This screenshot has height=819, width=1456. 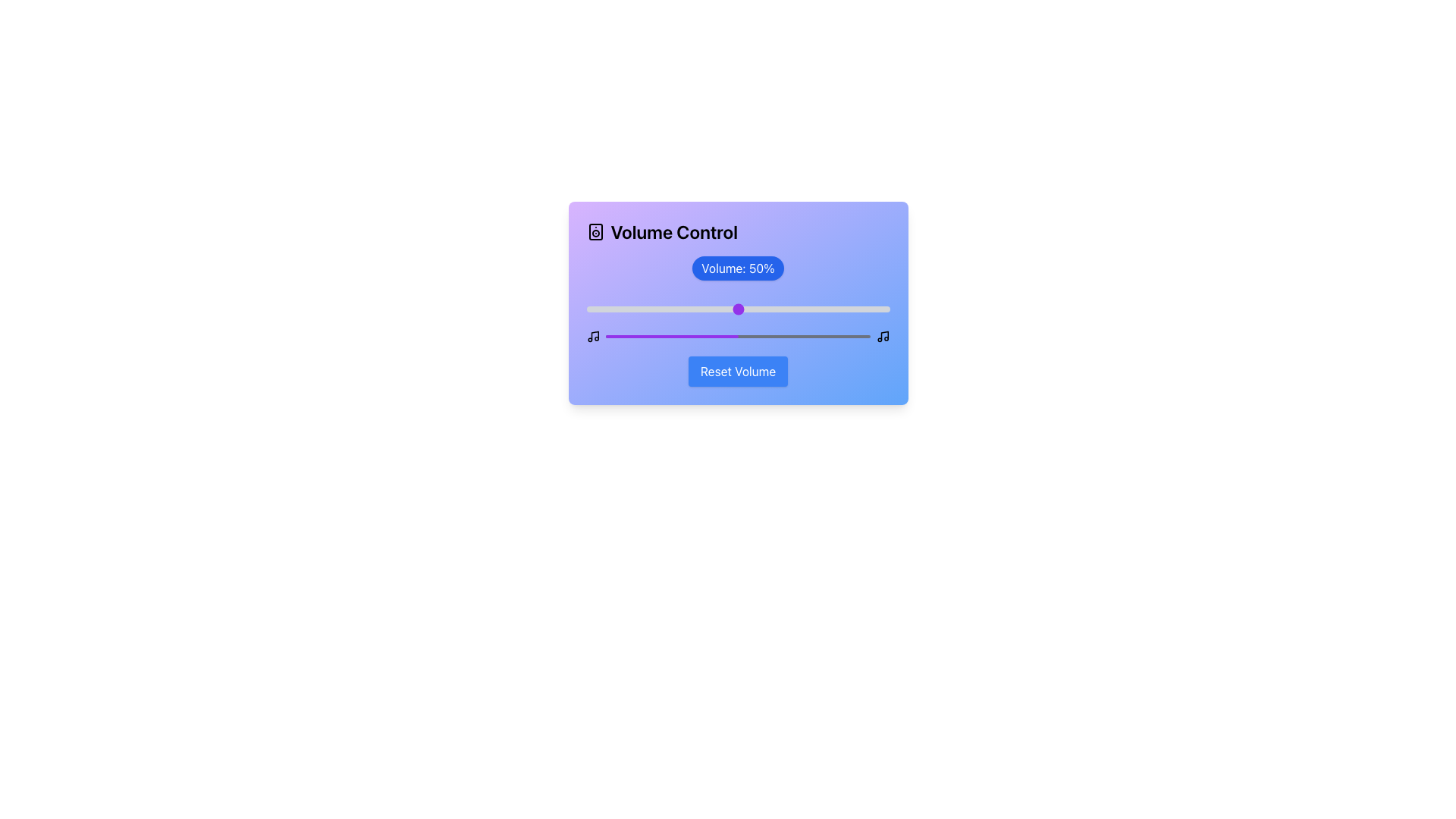 I want to click on volume, so click(x=735, y=309).